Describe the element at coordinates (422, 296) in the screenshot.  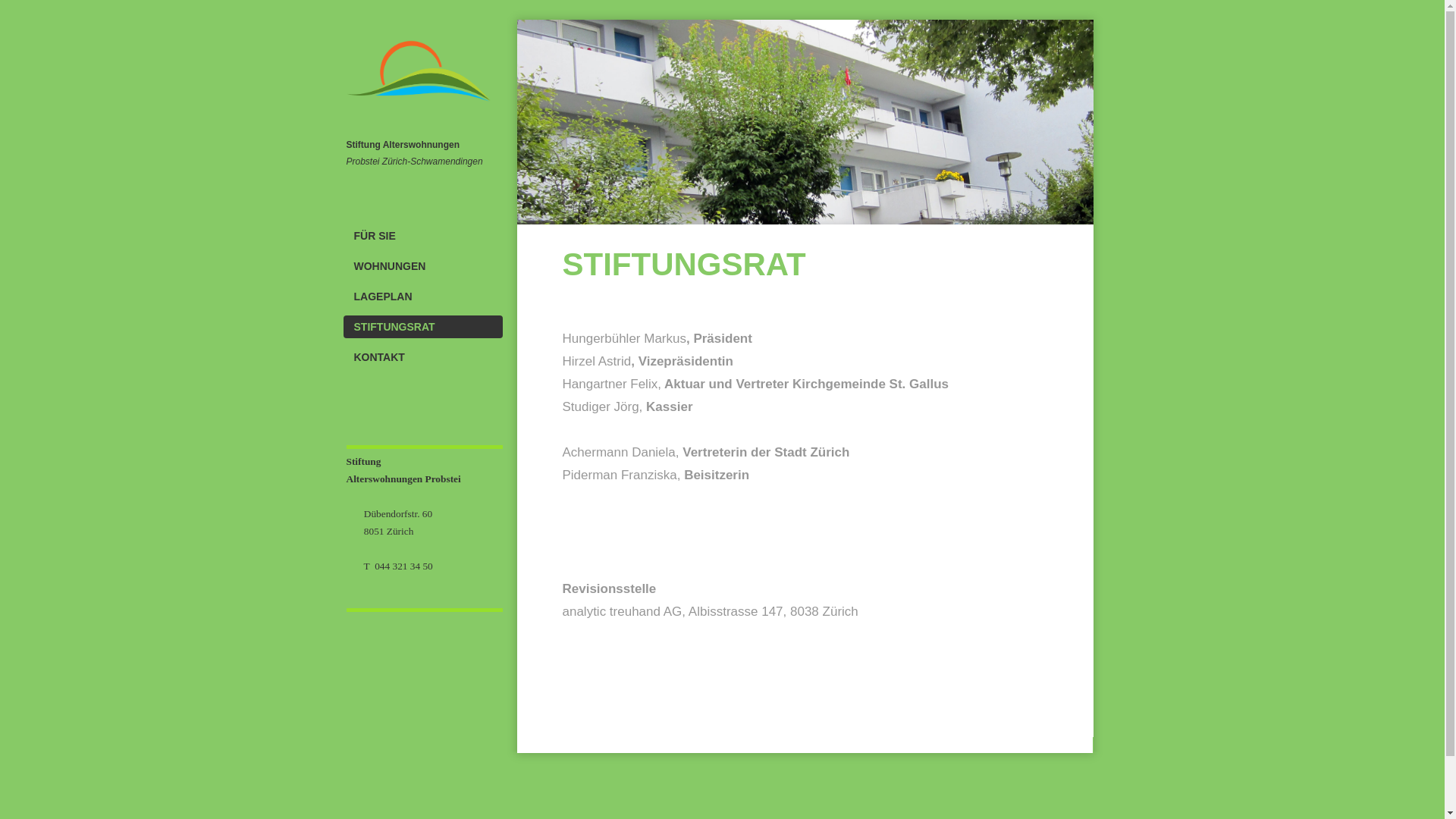
I see `'LAGEPLAN'` at that location.